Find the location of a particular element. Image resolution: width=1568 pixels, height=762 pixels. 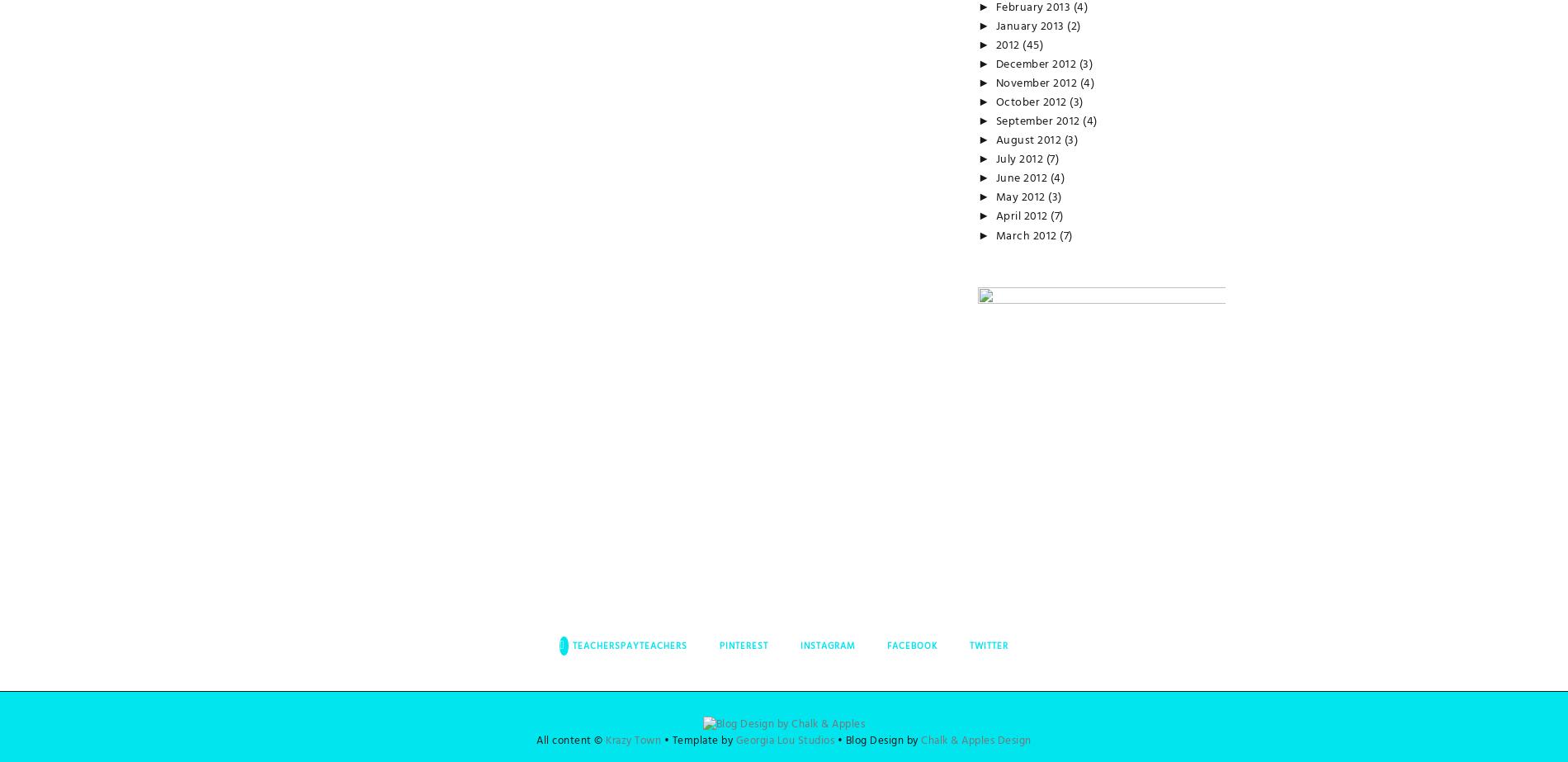

'Georgia Lou Studios' is located at coordinates (784, 740).